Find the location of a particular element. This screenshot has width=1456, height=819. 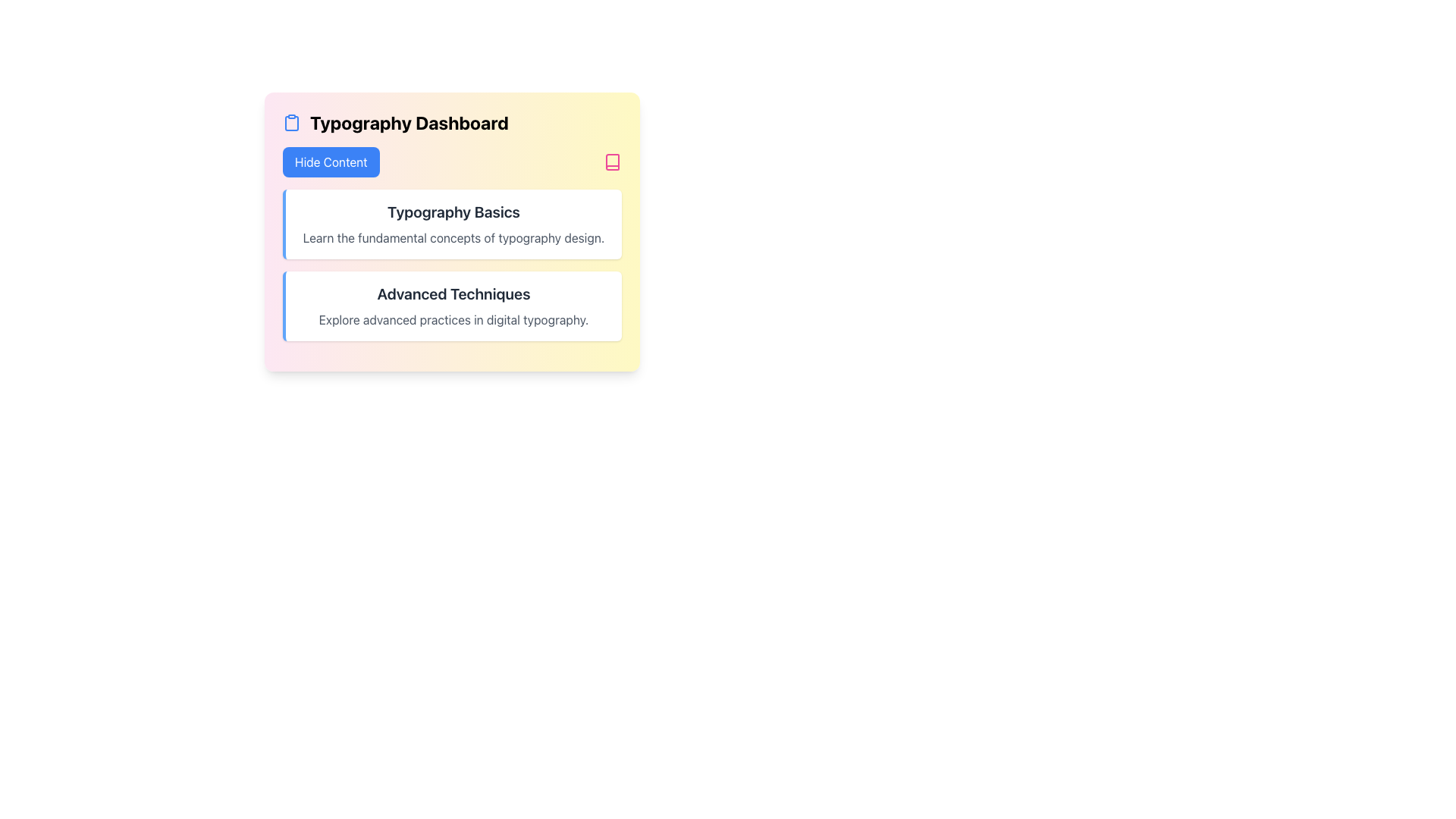

the Content Section Group that presents educational content categorized under 'Typography Basics' and 'Advanced Techniques', located centrally within the 'Typography Dashboard' below the 'Hide Content' button is located at coordinates (451, 265).